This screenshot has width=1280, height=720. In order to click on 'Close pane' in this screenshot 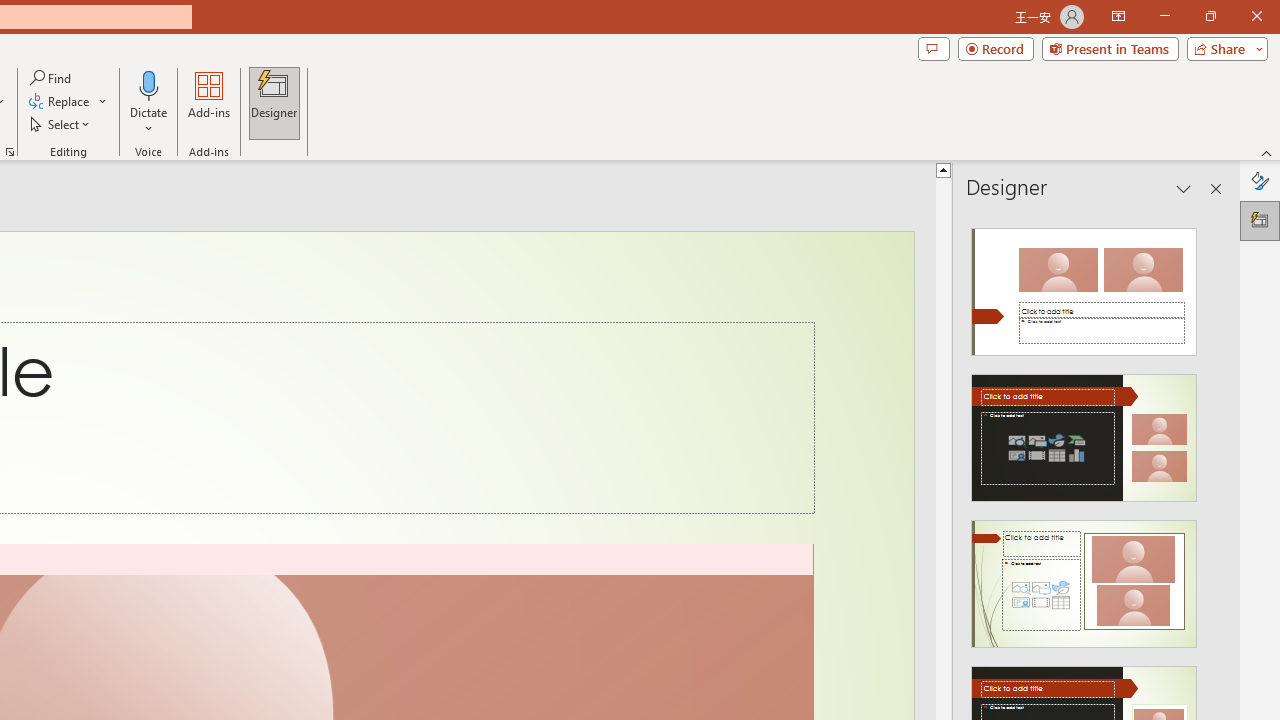, I will do `click(1215, 189)`.